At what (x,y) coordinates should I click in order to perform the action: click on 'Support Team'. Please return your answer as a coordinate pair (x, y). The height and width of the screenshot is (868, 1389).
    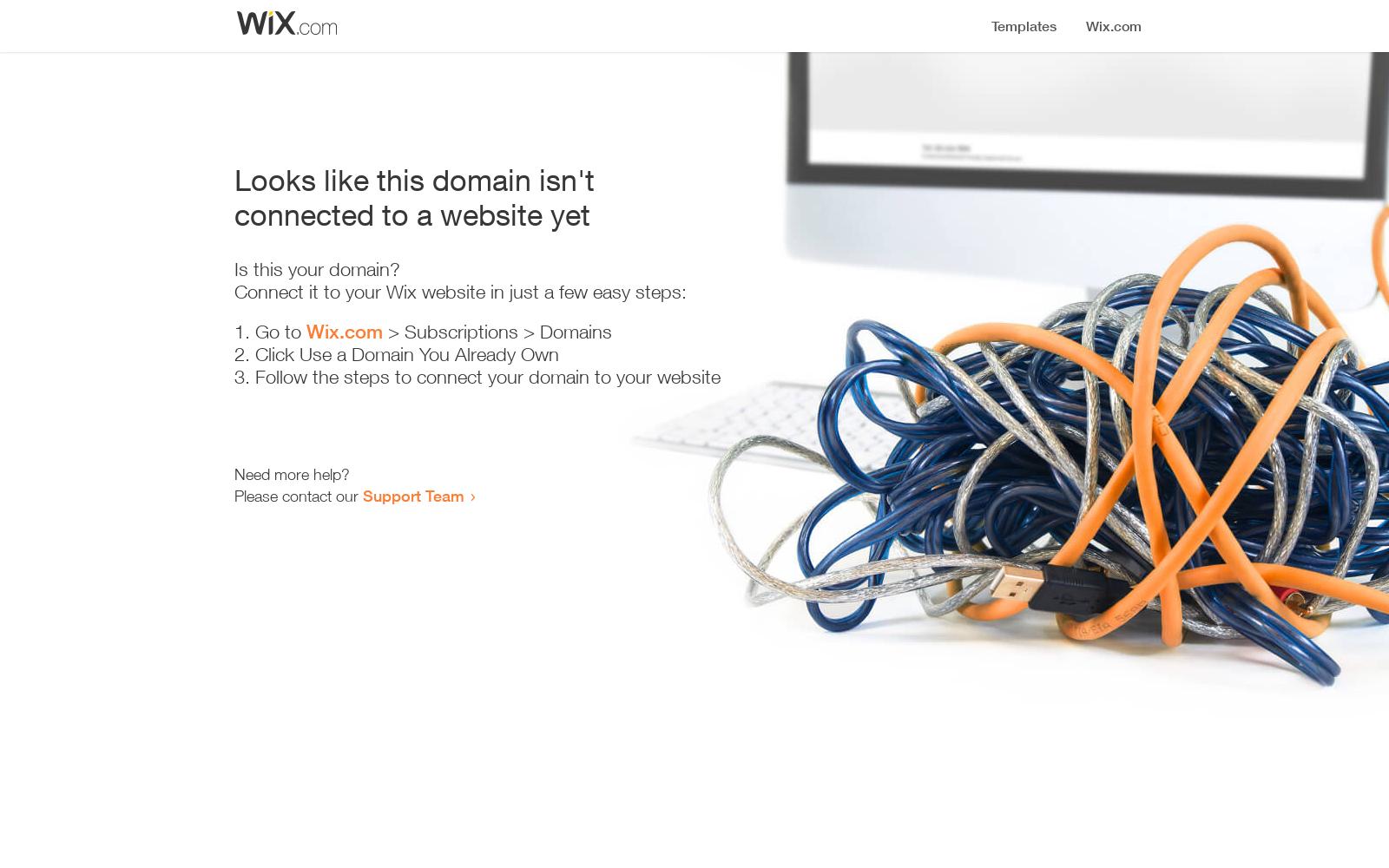
    Looking at the image, I should click on (412, 495).